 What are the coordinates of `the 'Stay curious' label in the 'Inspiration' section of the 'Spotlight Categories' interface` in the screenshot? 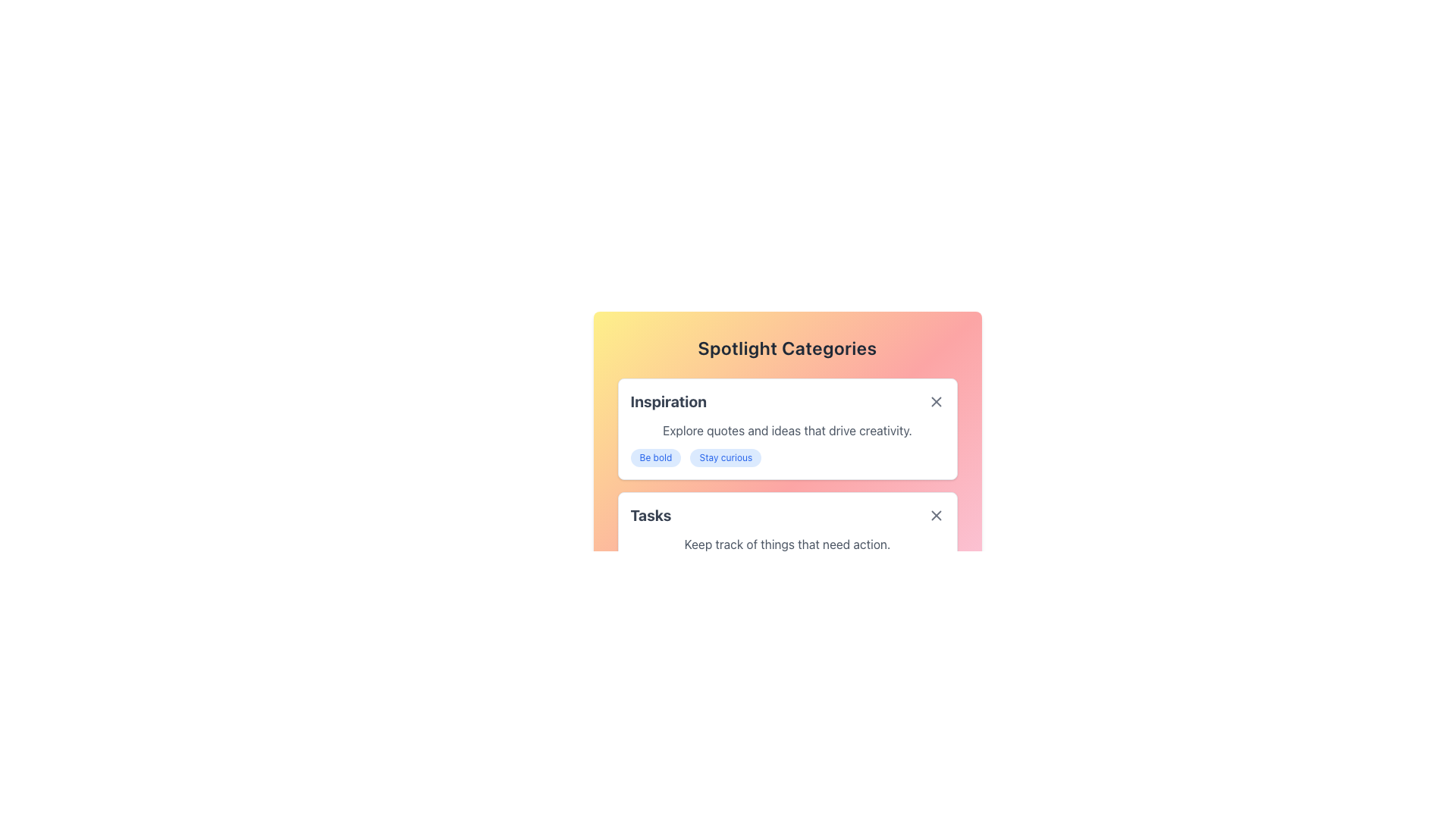 It's located at (725, 457).